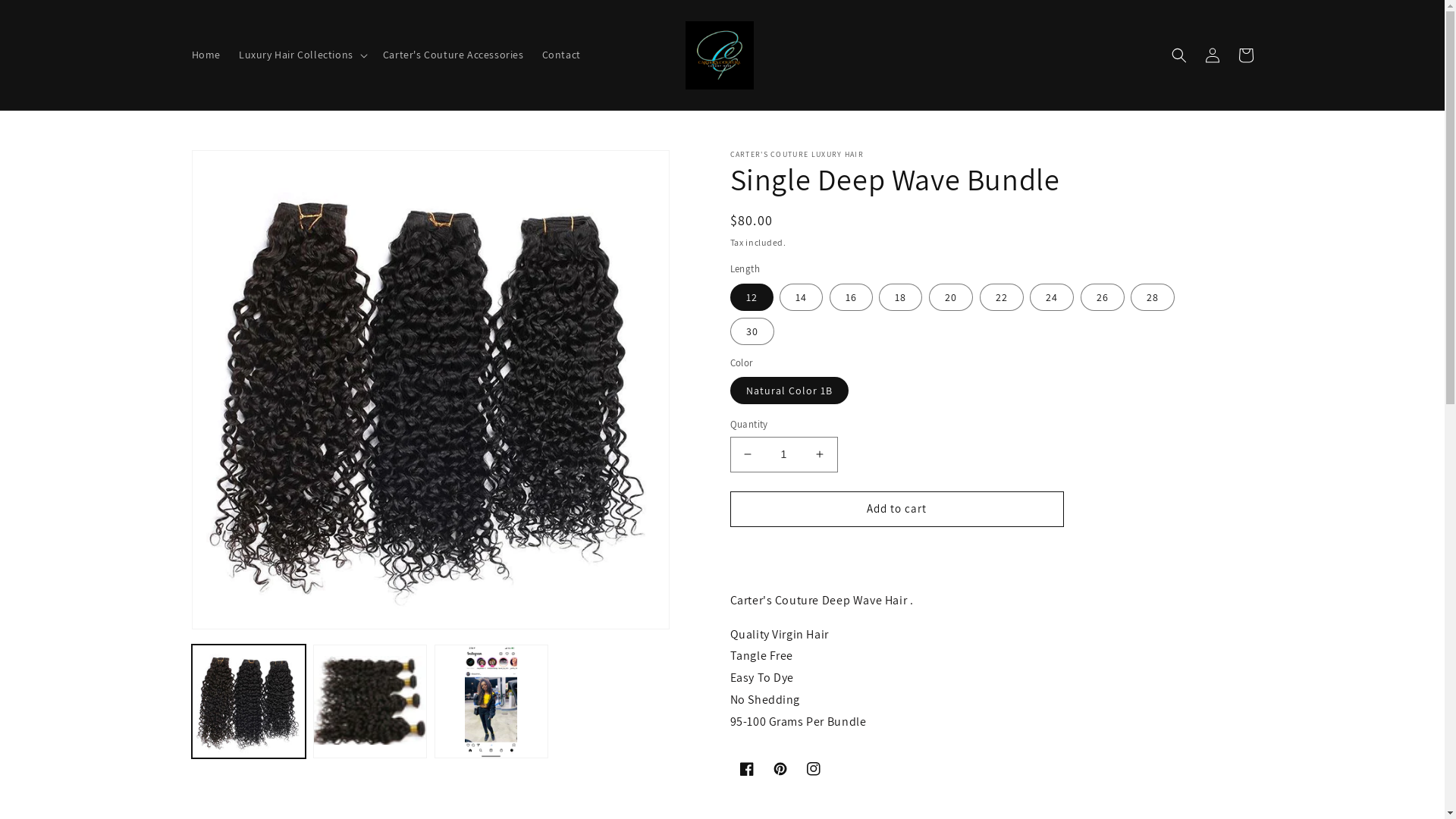 This screenshot has height=819, width=1456. Describe the element at coordinates (818, 453) in the screenshot. I see `'Increase quantity for Single Deep Wave Bundle'` at that location.